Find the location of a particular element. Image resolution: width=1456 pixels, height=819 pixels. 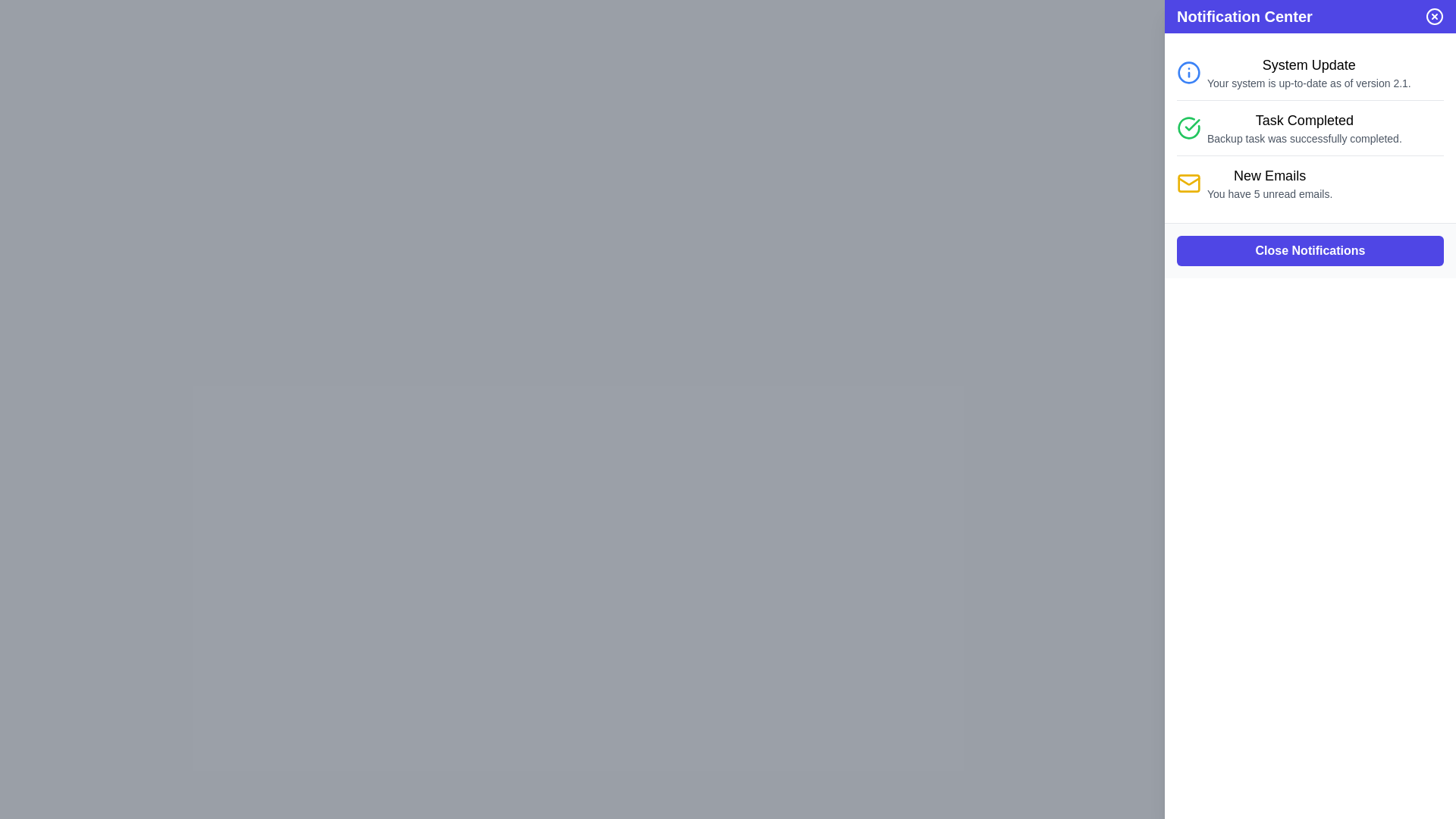

the green circular icon with a checkmark, which indicates task completion is located at coordinates (1188, 127).